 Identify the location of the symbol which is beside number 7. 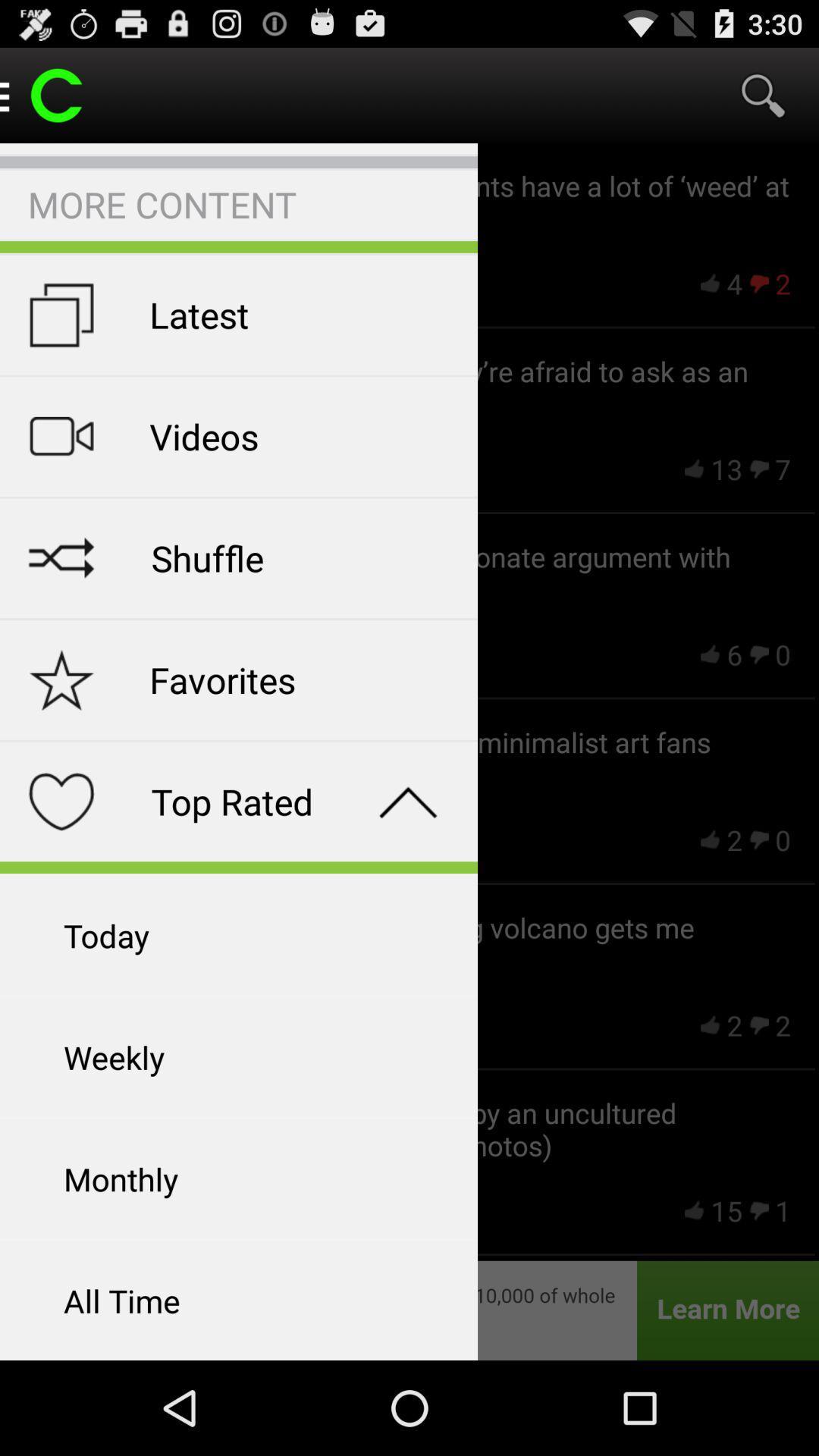
(759, 468).